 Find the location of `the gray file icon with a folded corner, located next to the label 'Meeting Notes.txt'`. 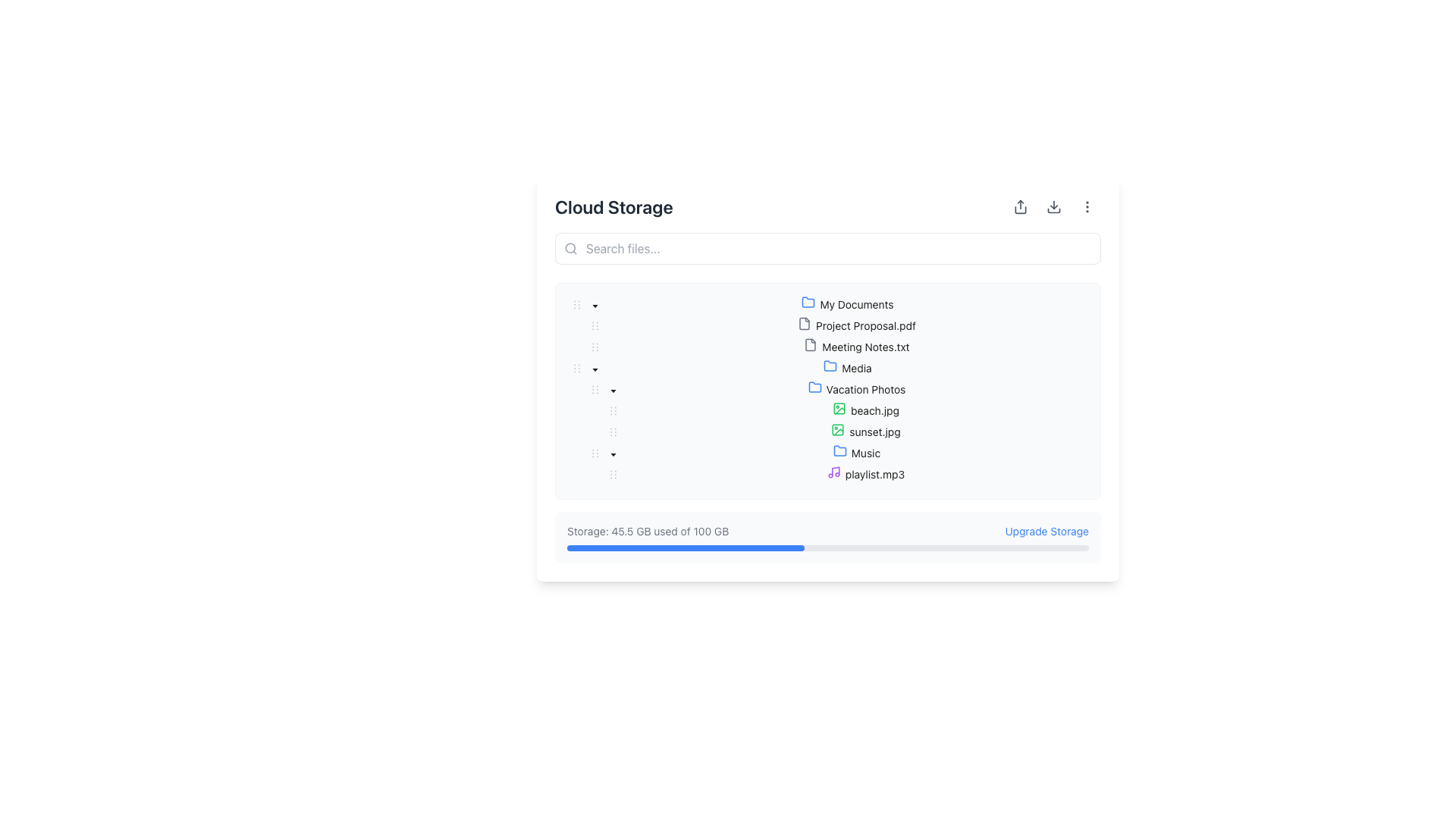

the gray file icon with a folded corner, located next to the label 'Meeting Notes.txt' is located at coordinates (812, 347).